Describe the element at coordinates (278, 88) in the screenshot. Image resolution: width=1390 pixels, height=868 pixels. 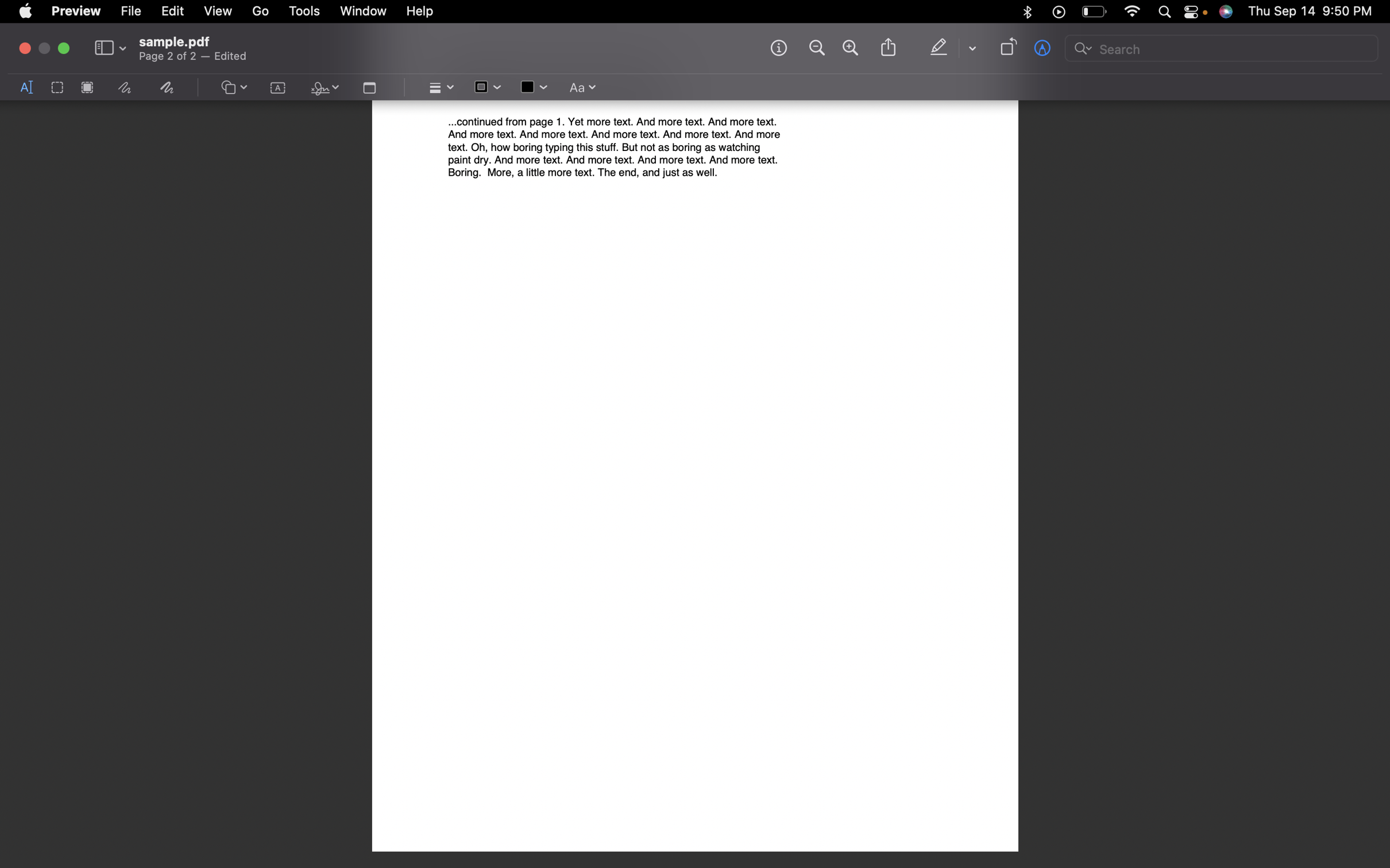
I see `the text pannel` at that location.